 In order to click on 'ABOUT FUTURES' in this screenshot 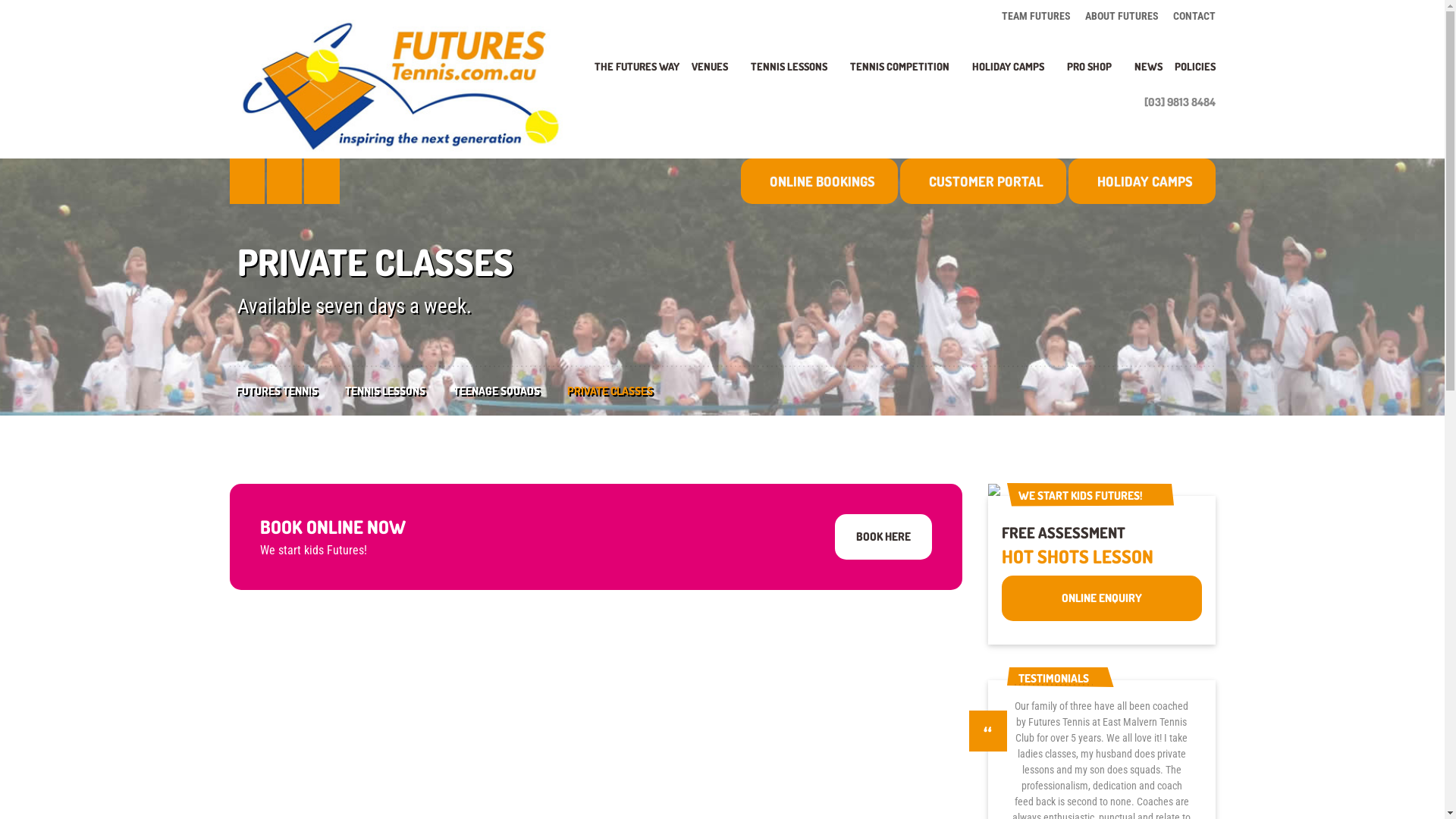, I will do `click(1122, 14)`.